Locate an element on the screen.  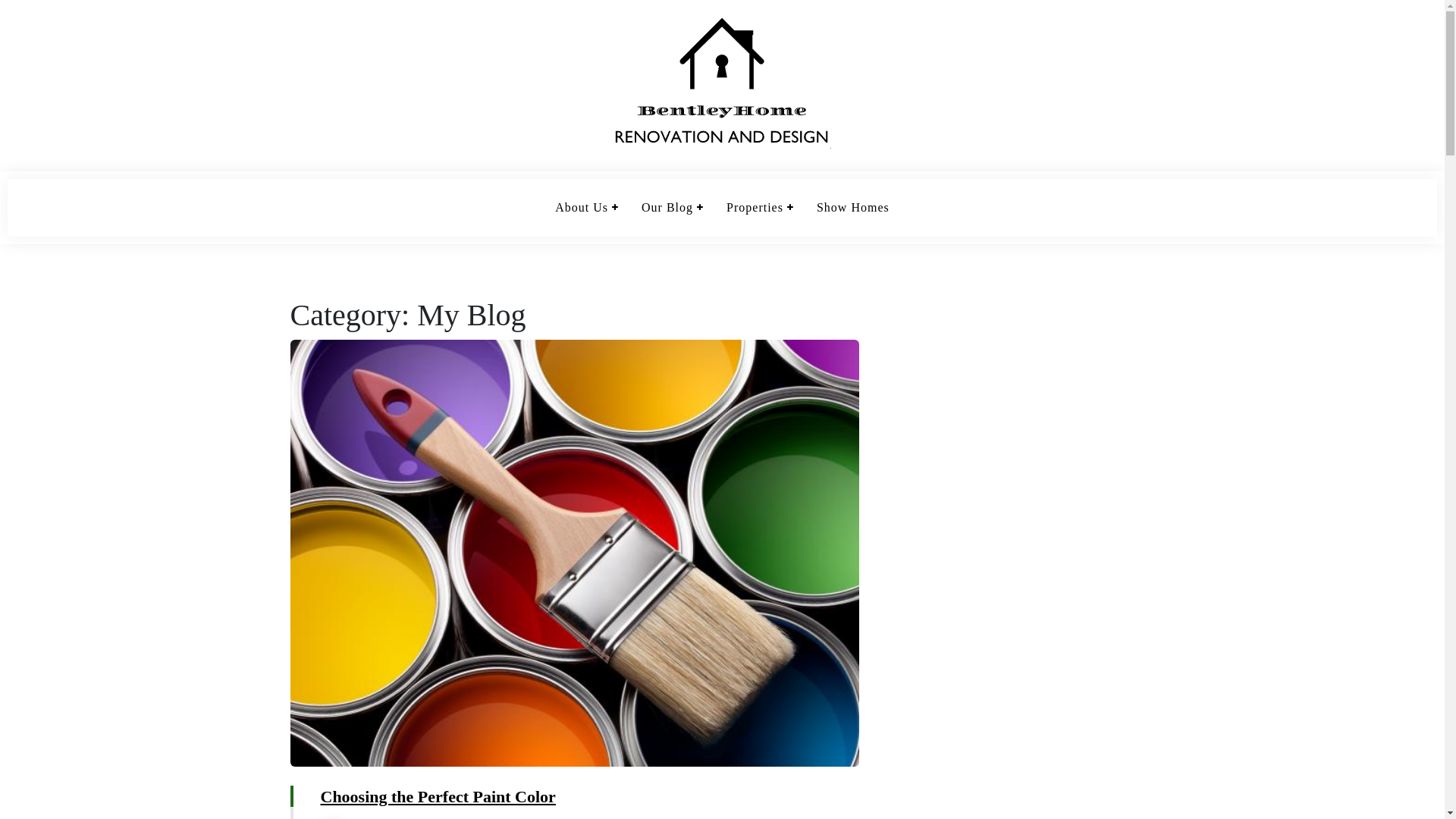
'Show Homes' is located at coordinates (800, 207).